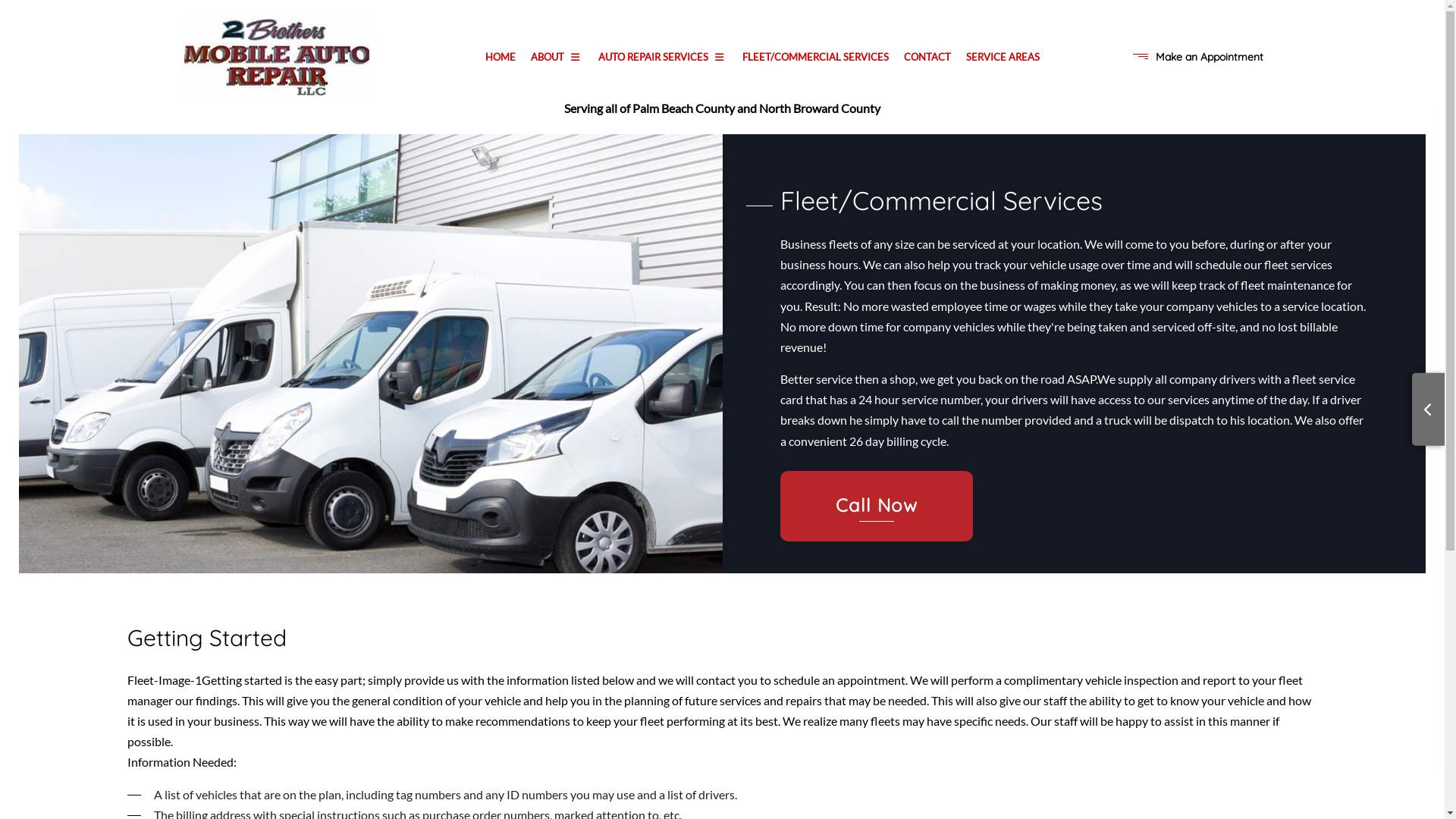 The image size is (1456, 819). I want to click on 'FLEET/COMMERCIAL SERVICES', so click(814, 56).